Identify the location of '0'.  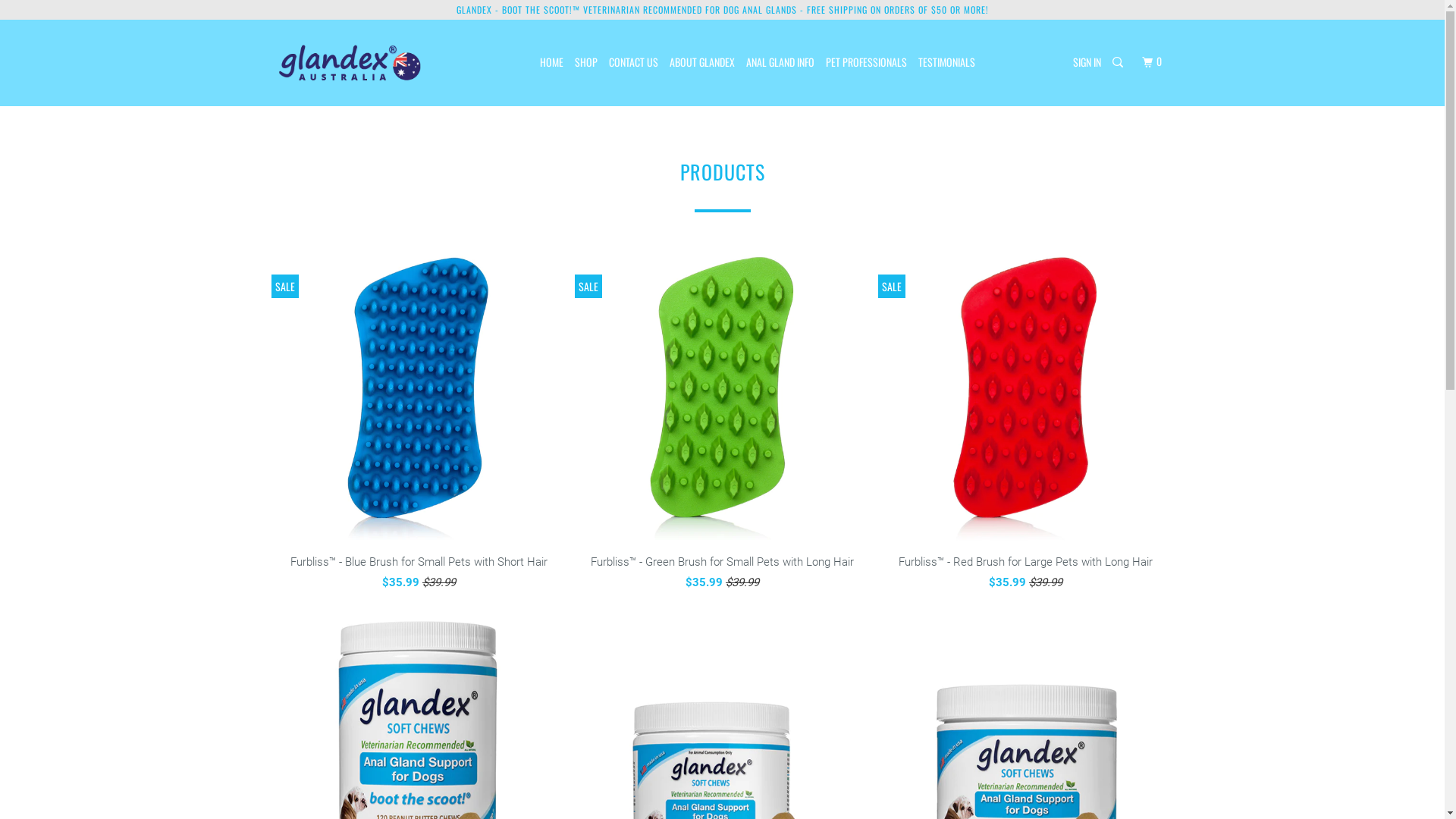
(1153, 61).